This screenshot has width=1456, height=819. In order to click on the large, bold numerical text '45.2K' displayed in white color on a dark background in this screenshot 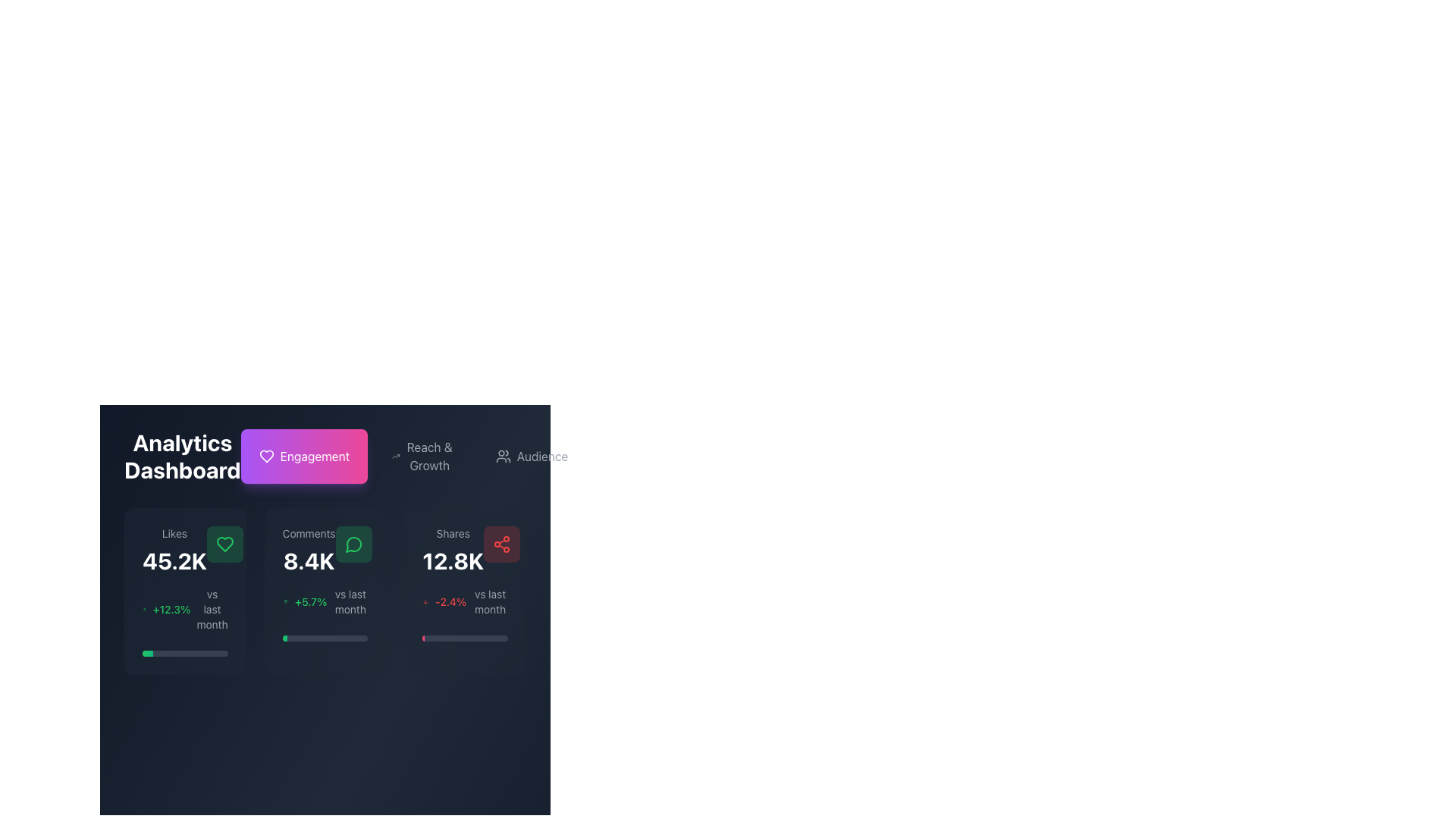, I will do `click(174, 561)`.